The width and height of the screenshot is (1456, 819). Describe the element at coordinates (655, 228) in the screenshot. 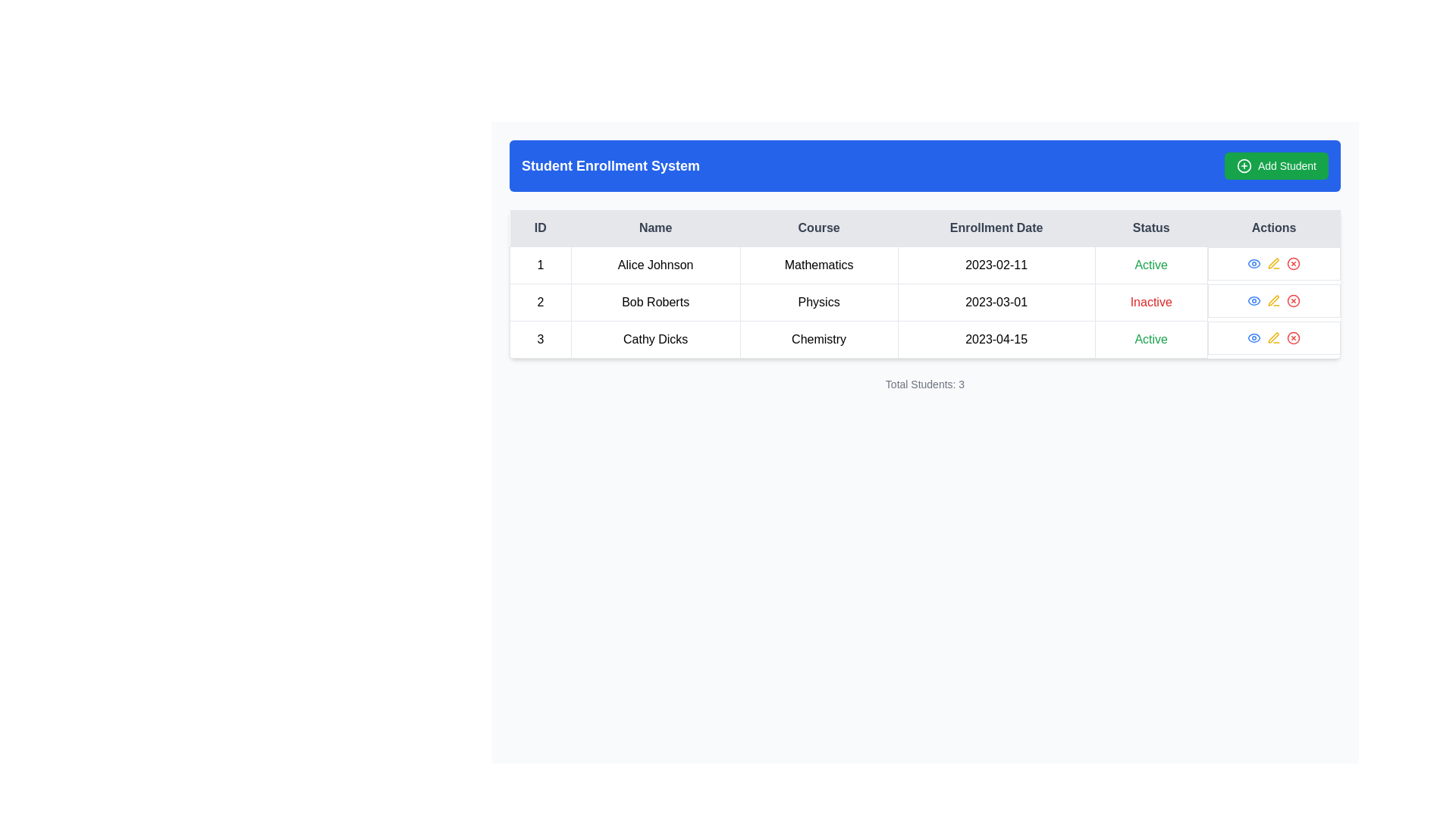

I see `the column header label that indicates names in the table, located between the 'ID' and 'Course' columns under the 'Student Enrollment System' header` at that location.